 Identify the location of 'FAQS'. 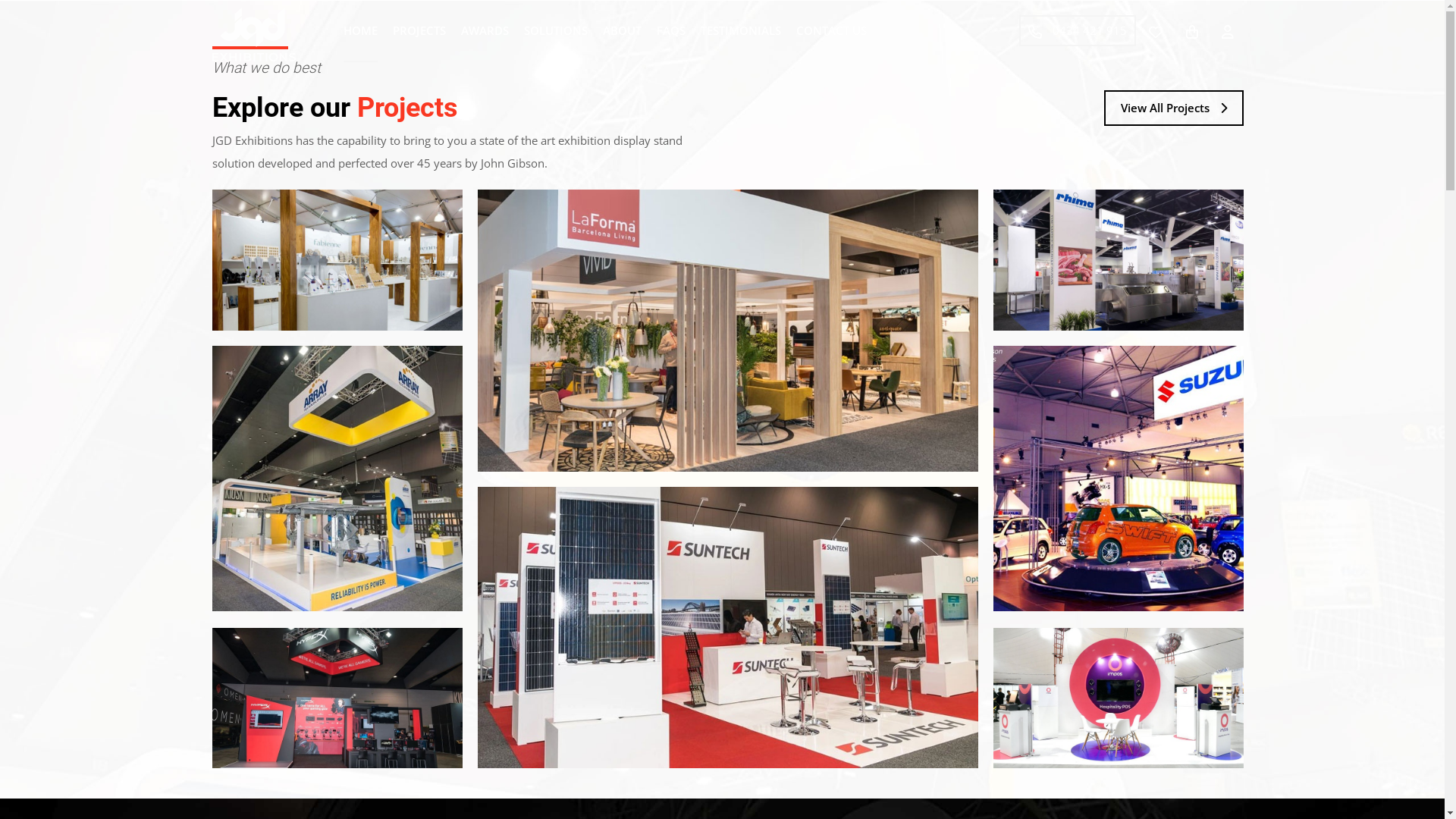
(670, 30).